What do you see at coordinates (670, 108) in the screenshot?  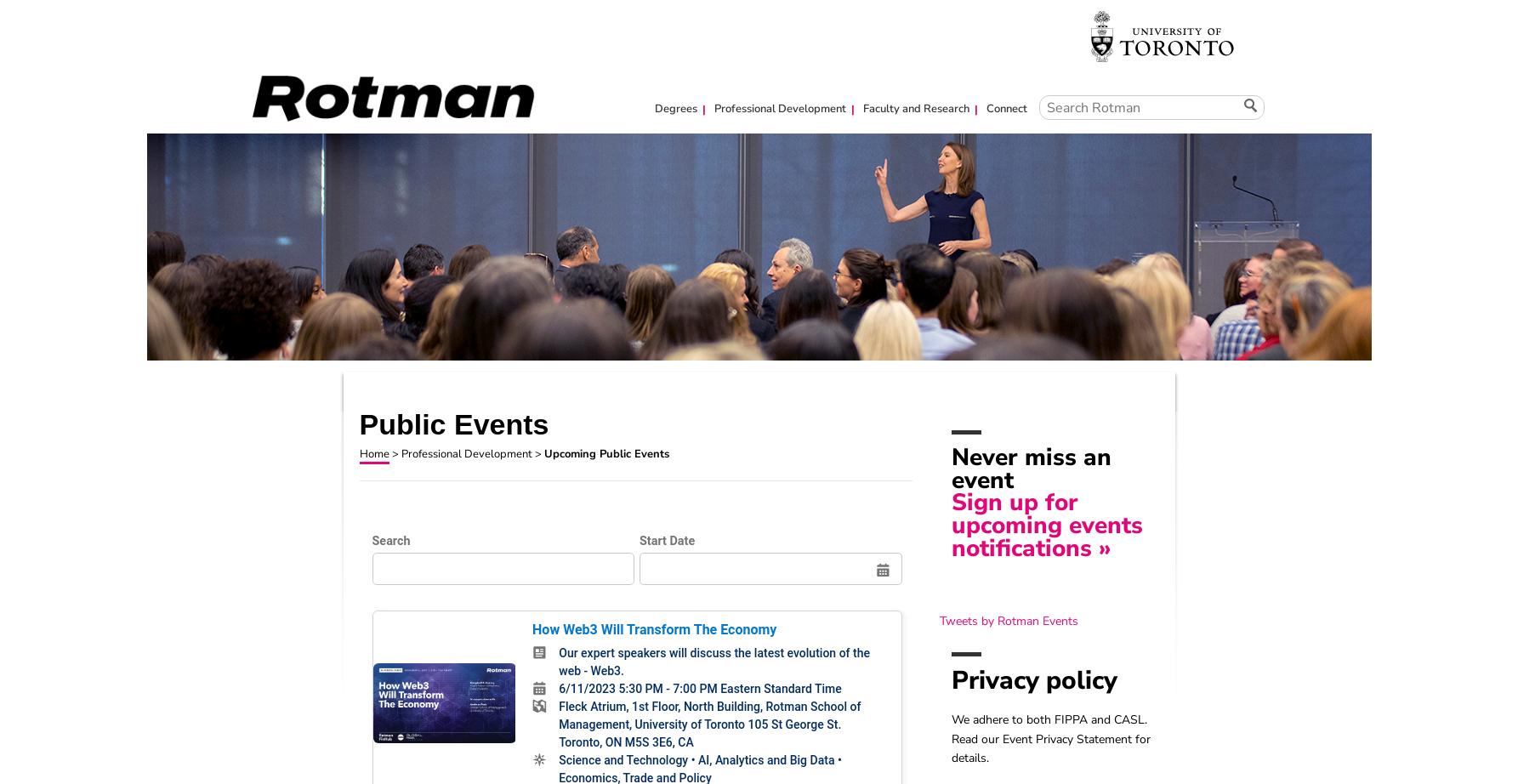 I see `'Degrees'` at bounding box center [670, 108].